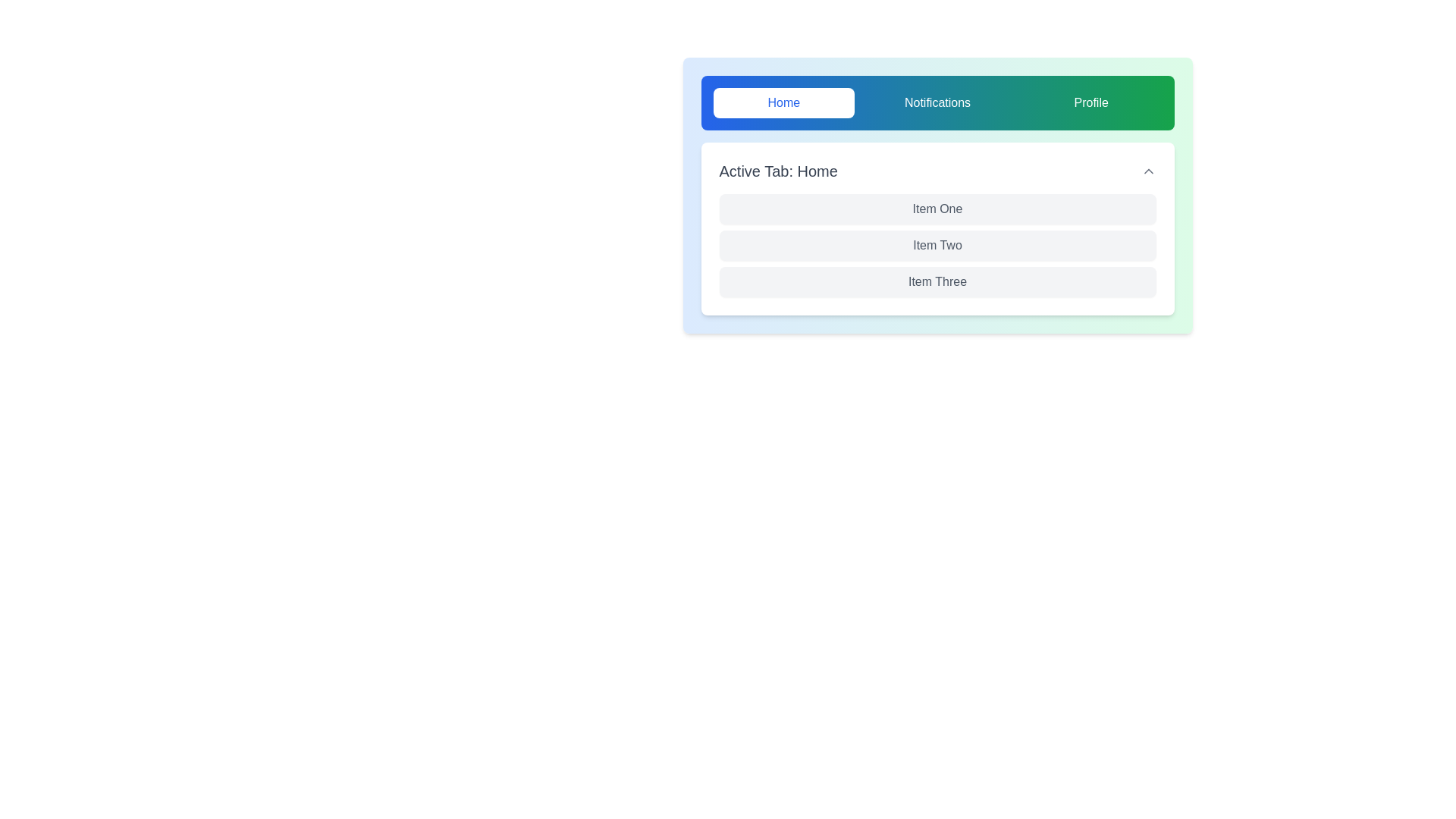  Describe the element at coordinates (937, 102) in the screenshot. I see `the 'Notifications' button located in the horizontal navigation bar at the top of the interface` at that location.